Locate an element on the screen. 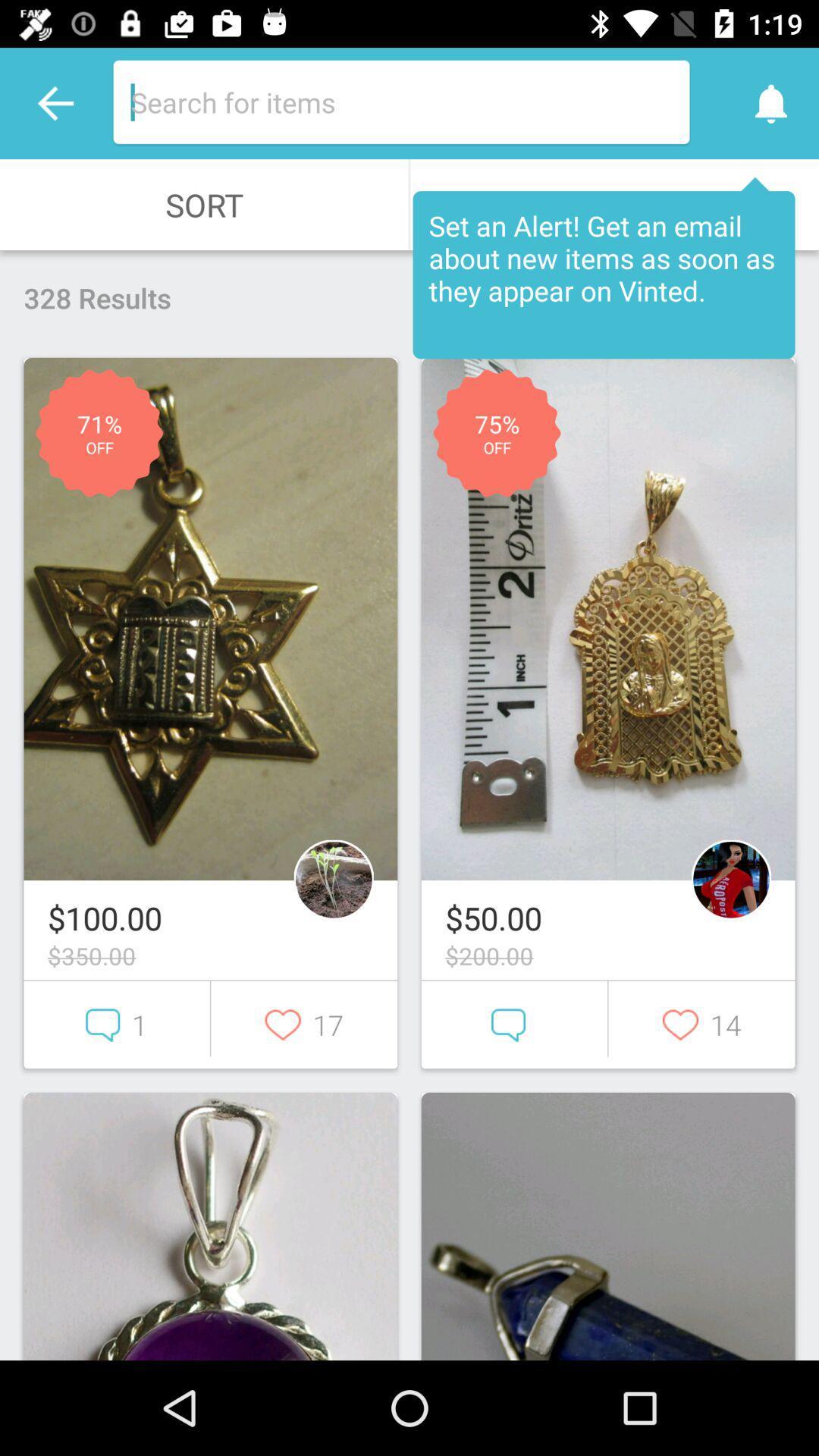  the love symbol which is to the left side of the text 17 is located at coordinates (304, 1025).